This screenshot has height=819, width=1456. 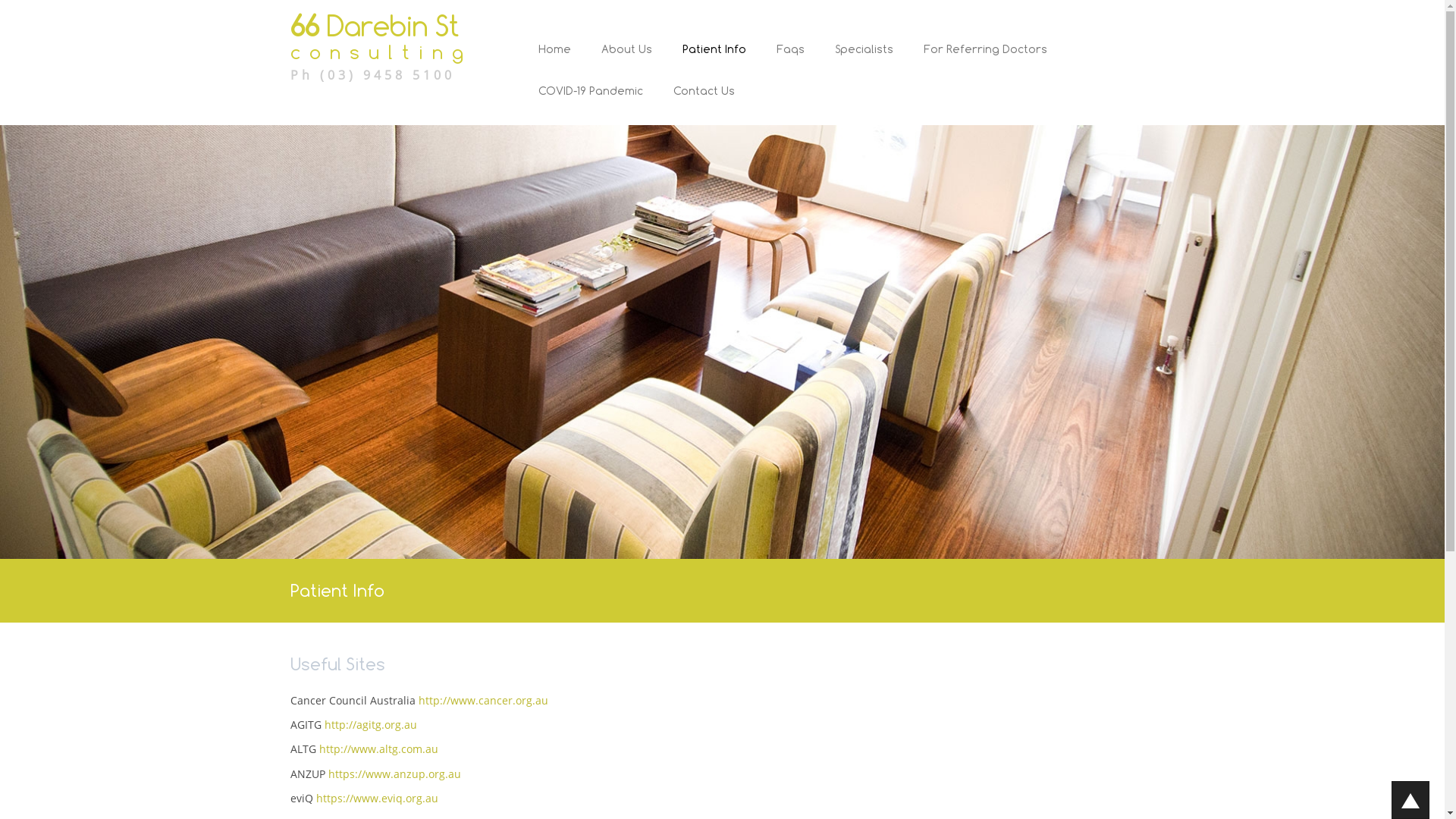 What do you see at coordinates (985, 61) in the screenshot?
I see `'For Referring Doctors'` at bounding box center [985, 61].